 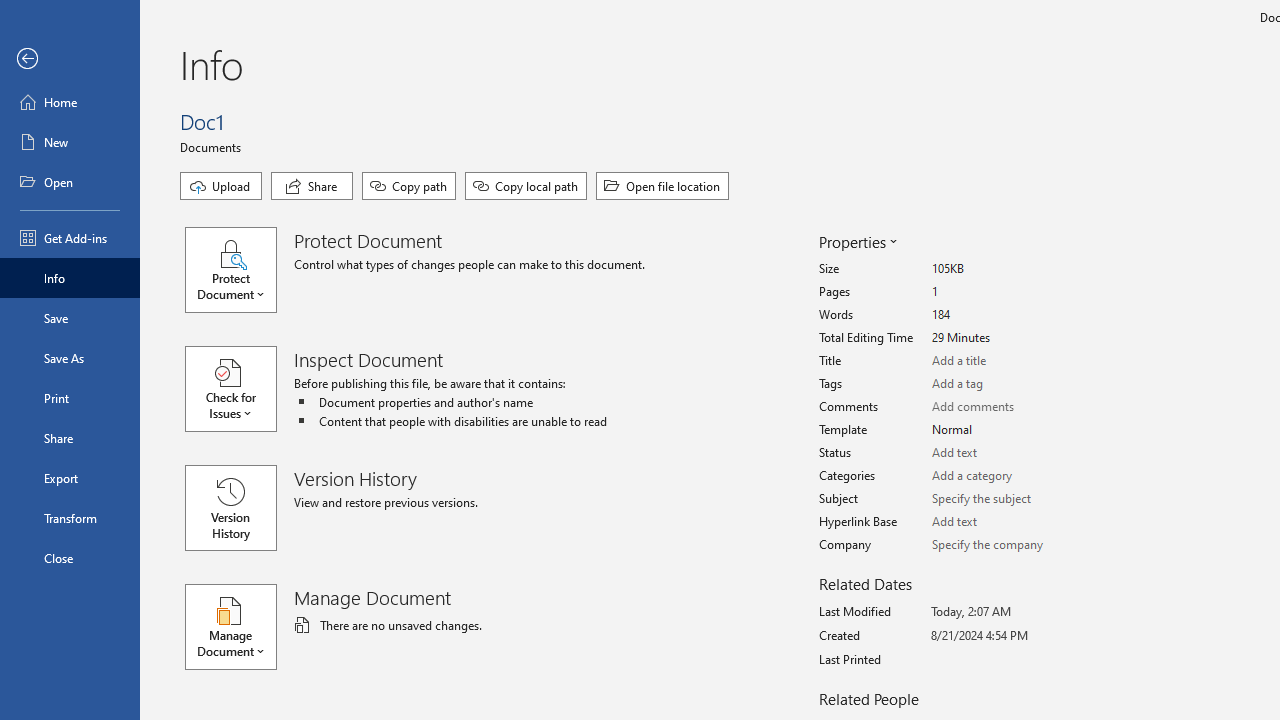 What do you see at coordinates (69, 277) in the screenshot?
I see `'Info'` at bounding box center [69, 277].